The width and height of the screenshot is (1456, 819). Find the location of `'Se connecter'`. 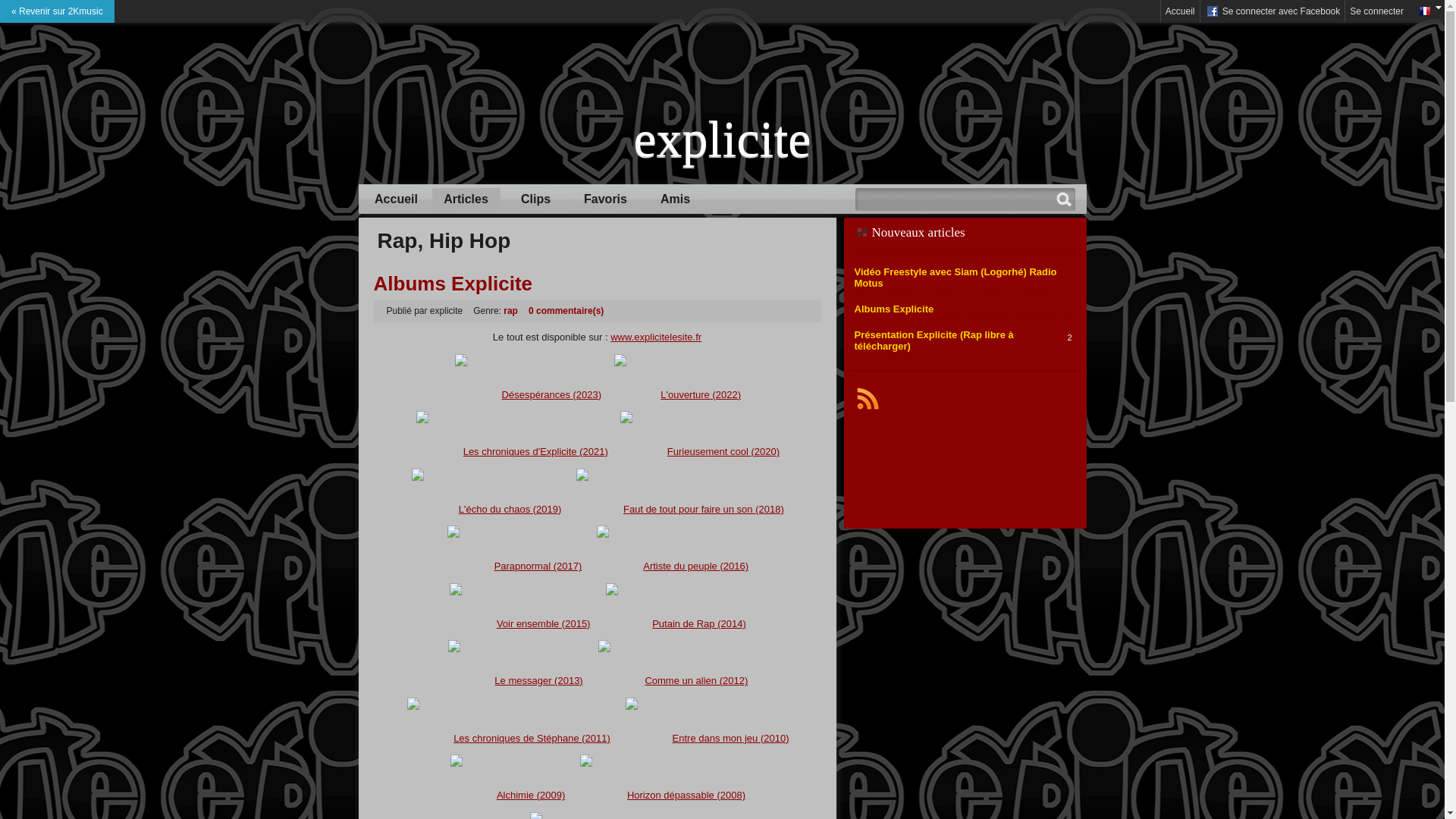

'Se connecter' is located at coordinates (1376, 11).